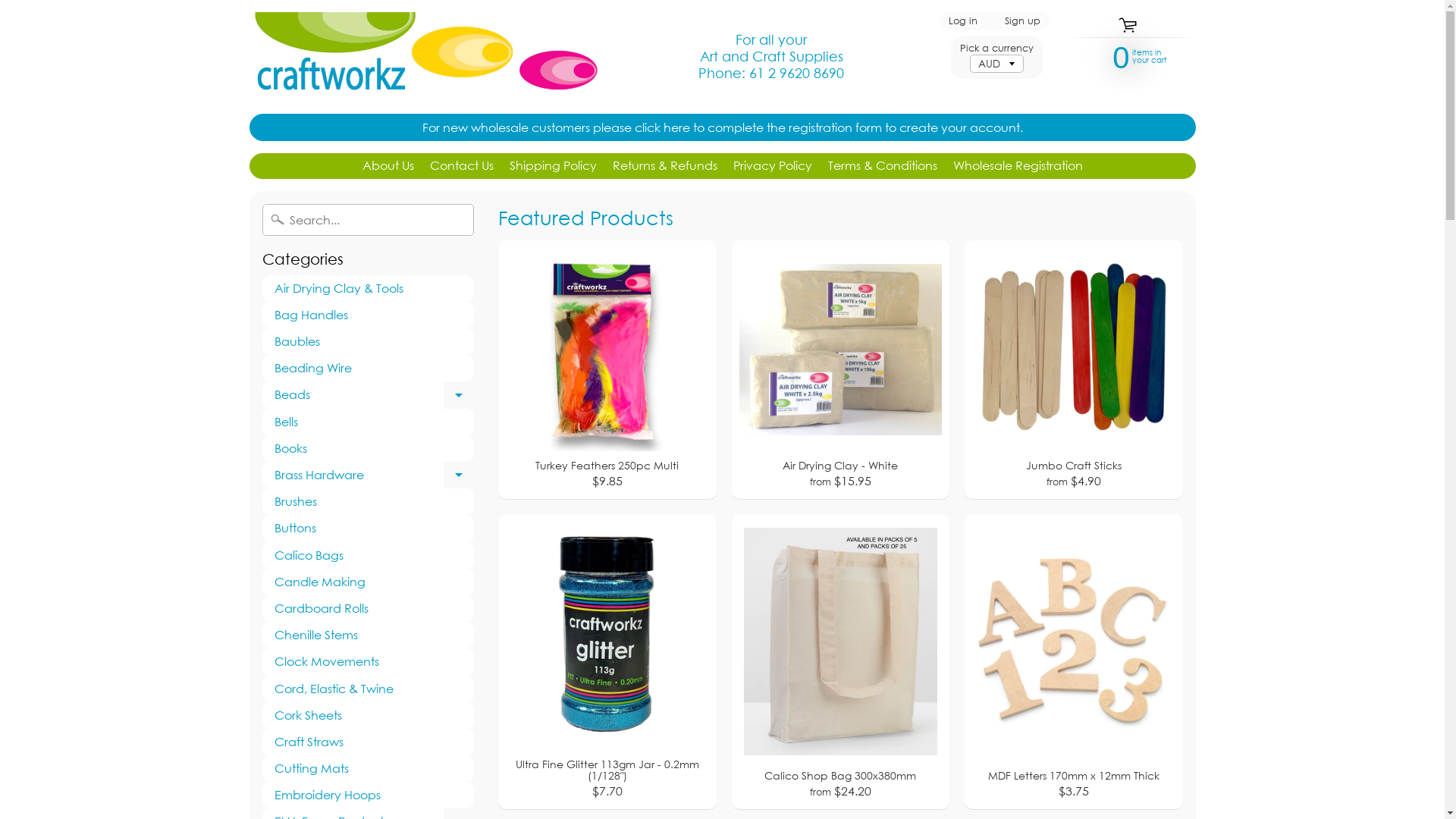 The width and height of the screenshot is (1456, 819). What do you see at coordinates (368, 422) in the screenshot?
I see `'Bells'` at bounding box center [368, 422].